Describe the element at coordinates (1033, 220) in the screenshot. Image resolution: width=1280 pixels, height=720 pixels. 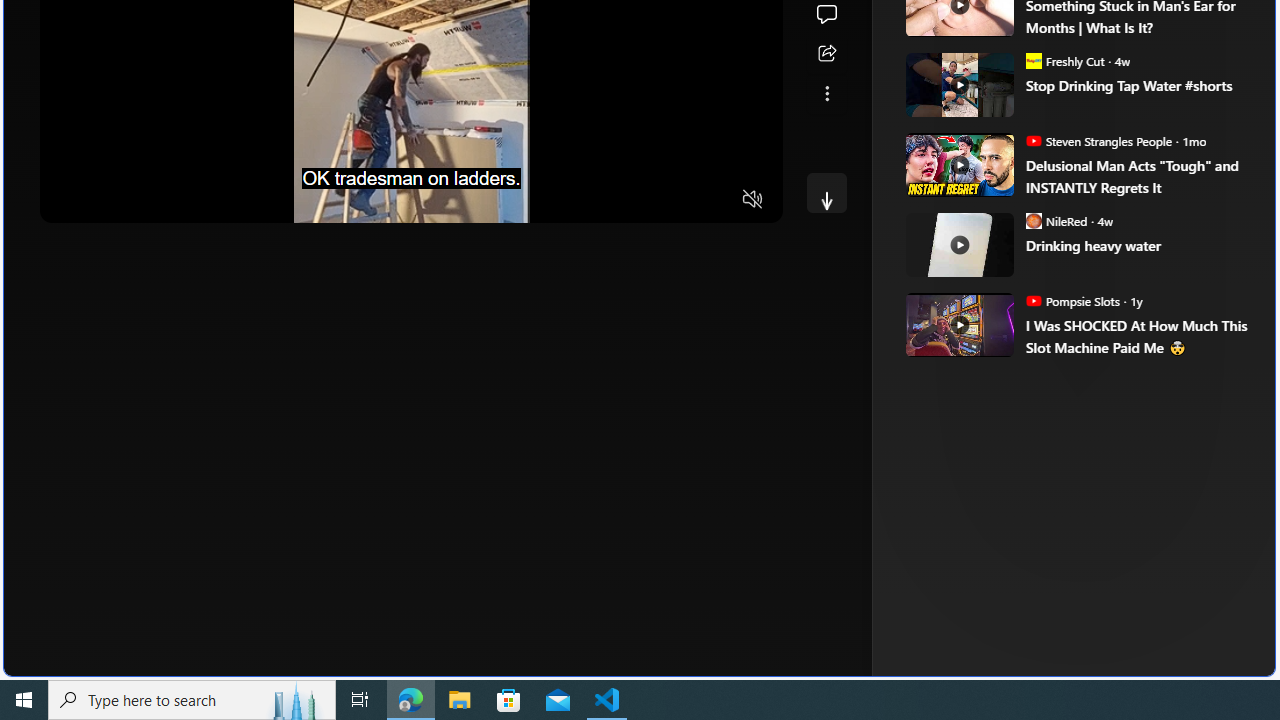
I see `'NileRed'` at that location.